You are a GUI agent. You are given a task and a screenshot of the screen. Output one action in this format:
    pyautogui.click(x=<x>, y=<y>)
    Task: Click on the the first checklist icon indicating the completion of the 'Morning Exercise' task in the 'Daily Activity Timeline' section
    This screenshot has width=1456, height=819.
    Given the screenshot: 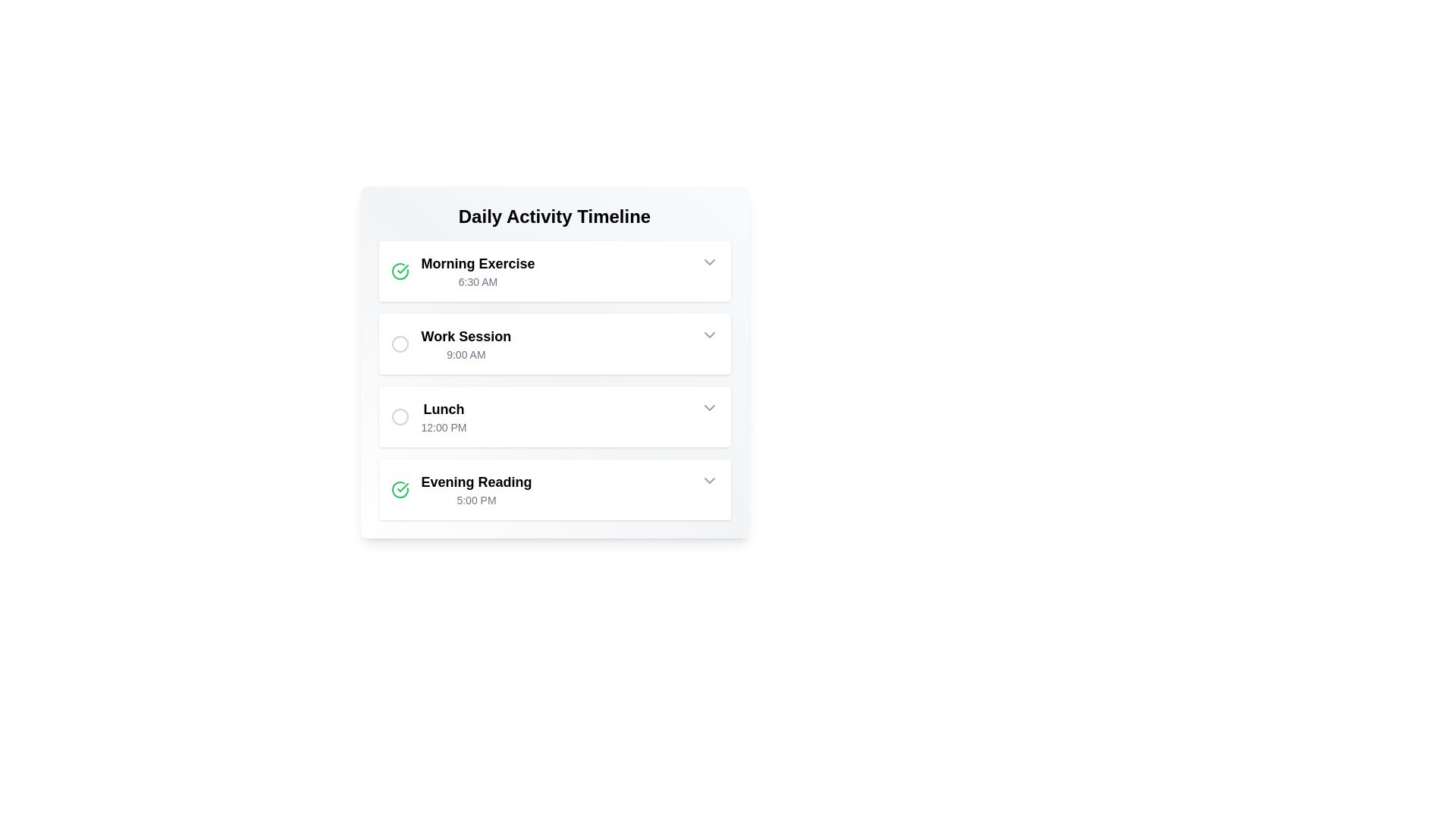 What is the action you would take?
    pyautogui.click(x=400, y=271)
    